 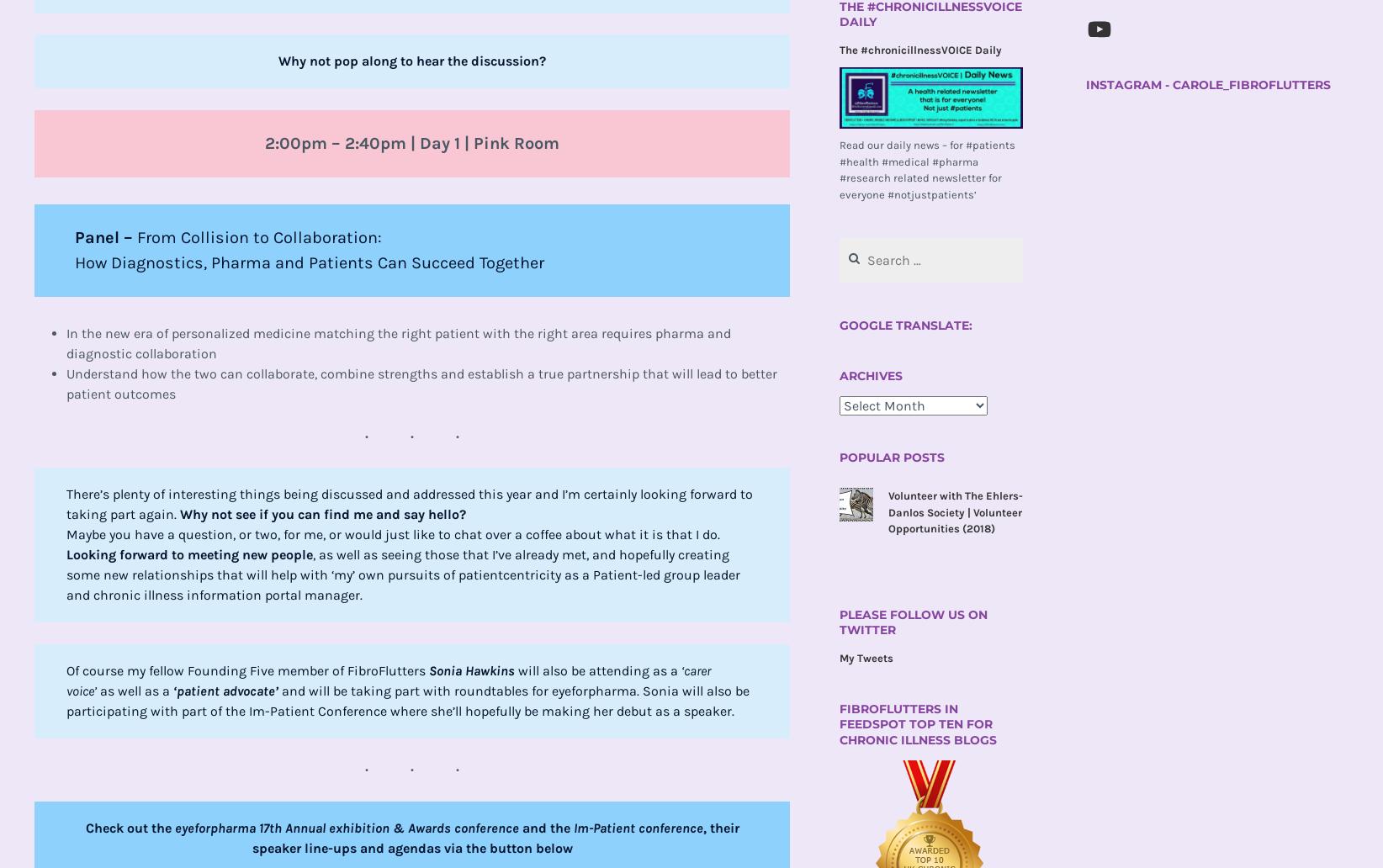 I want to click on 'FibroFlutters in FEEDSPOT Top Ten for chronic illness blogs', so click(x=917, y=723).